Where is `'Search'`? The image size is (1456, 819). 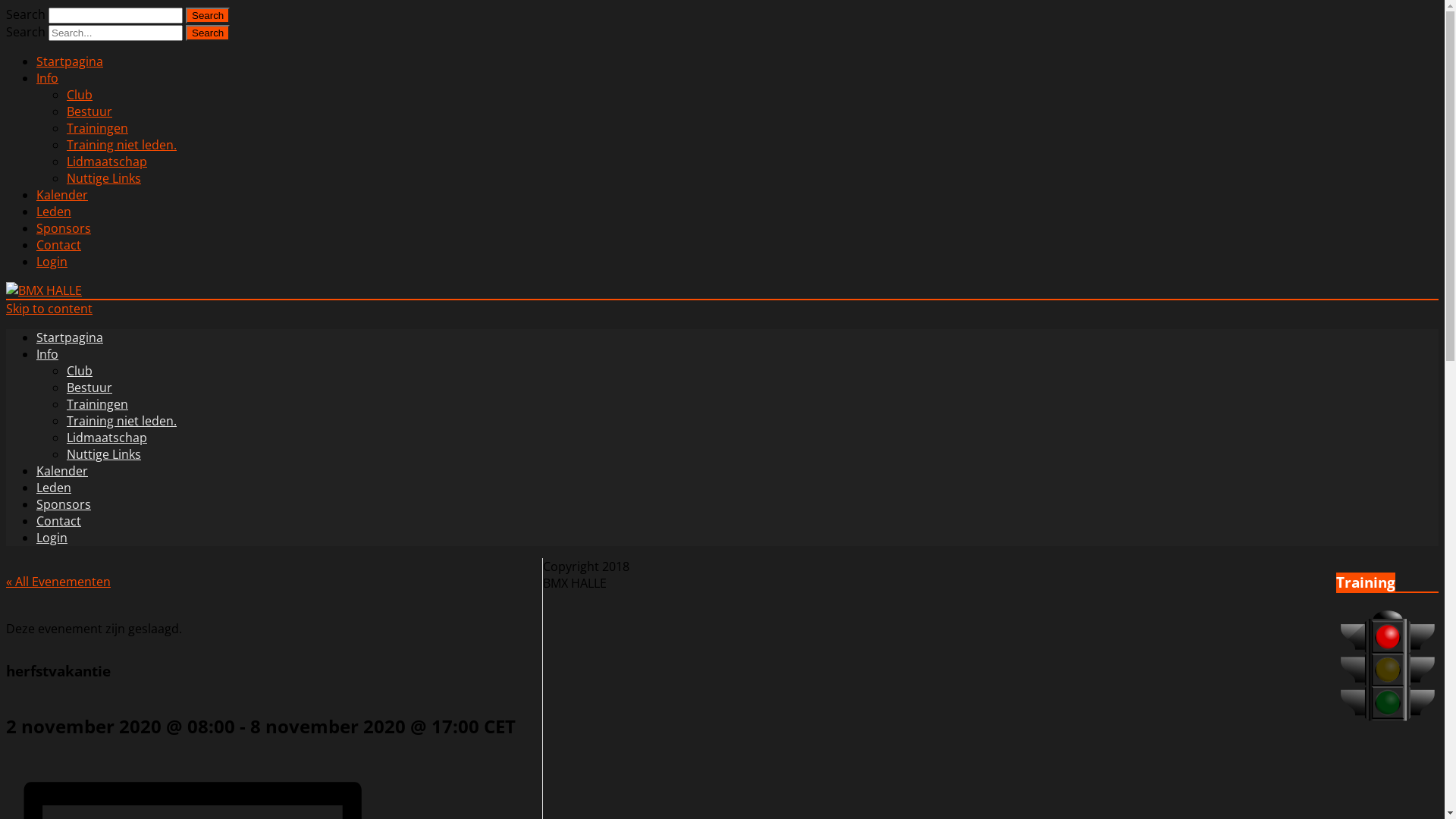
'Search' is located at coordinates (206, 15).